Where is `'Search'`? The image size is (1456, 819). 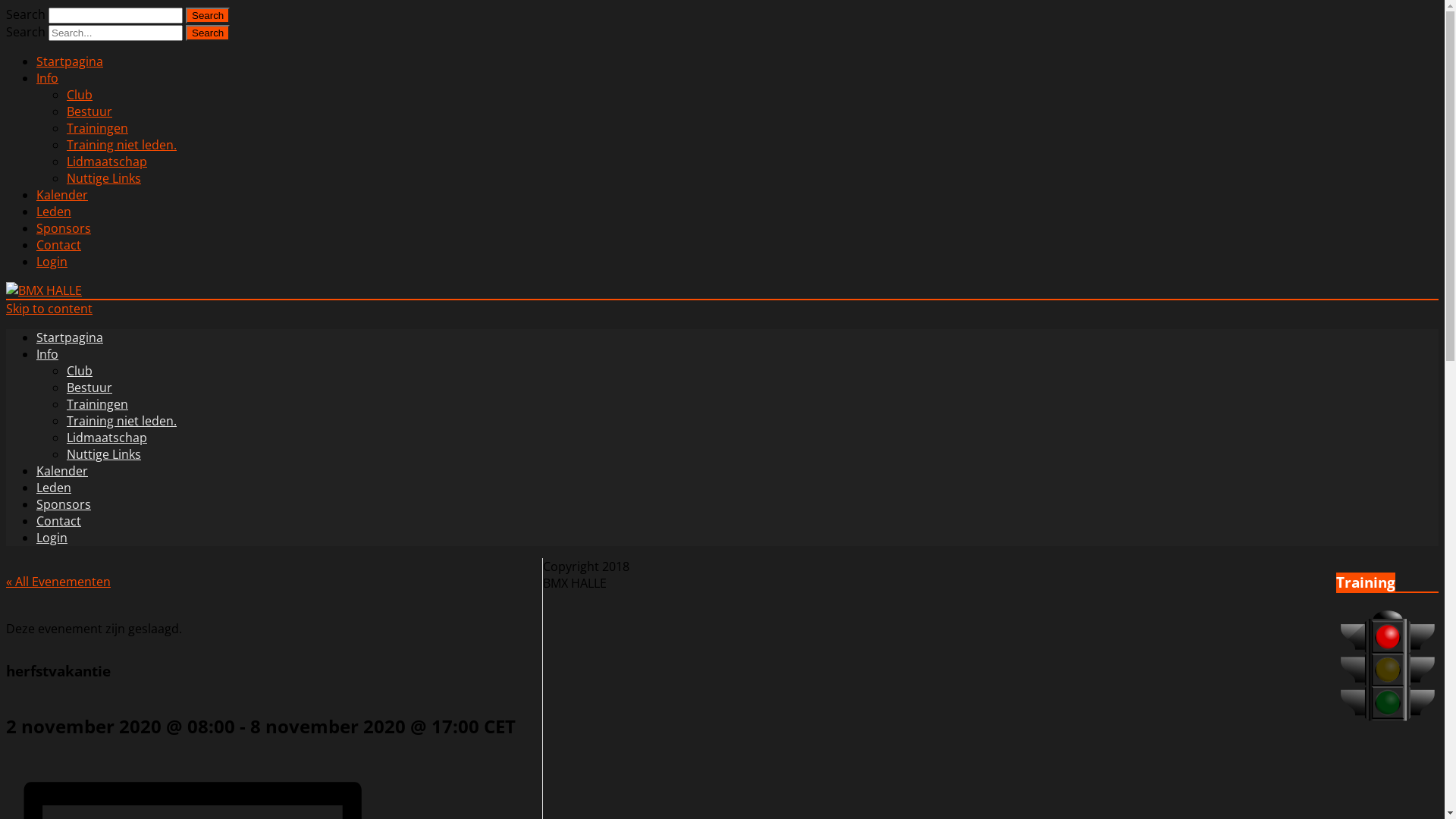
'Search' is located at coordinates (206, 15).